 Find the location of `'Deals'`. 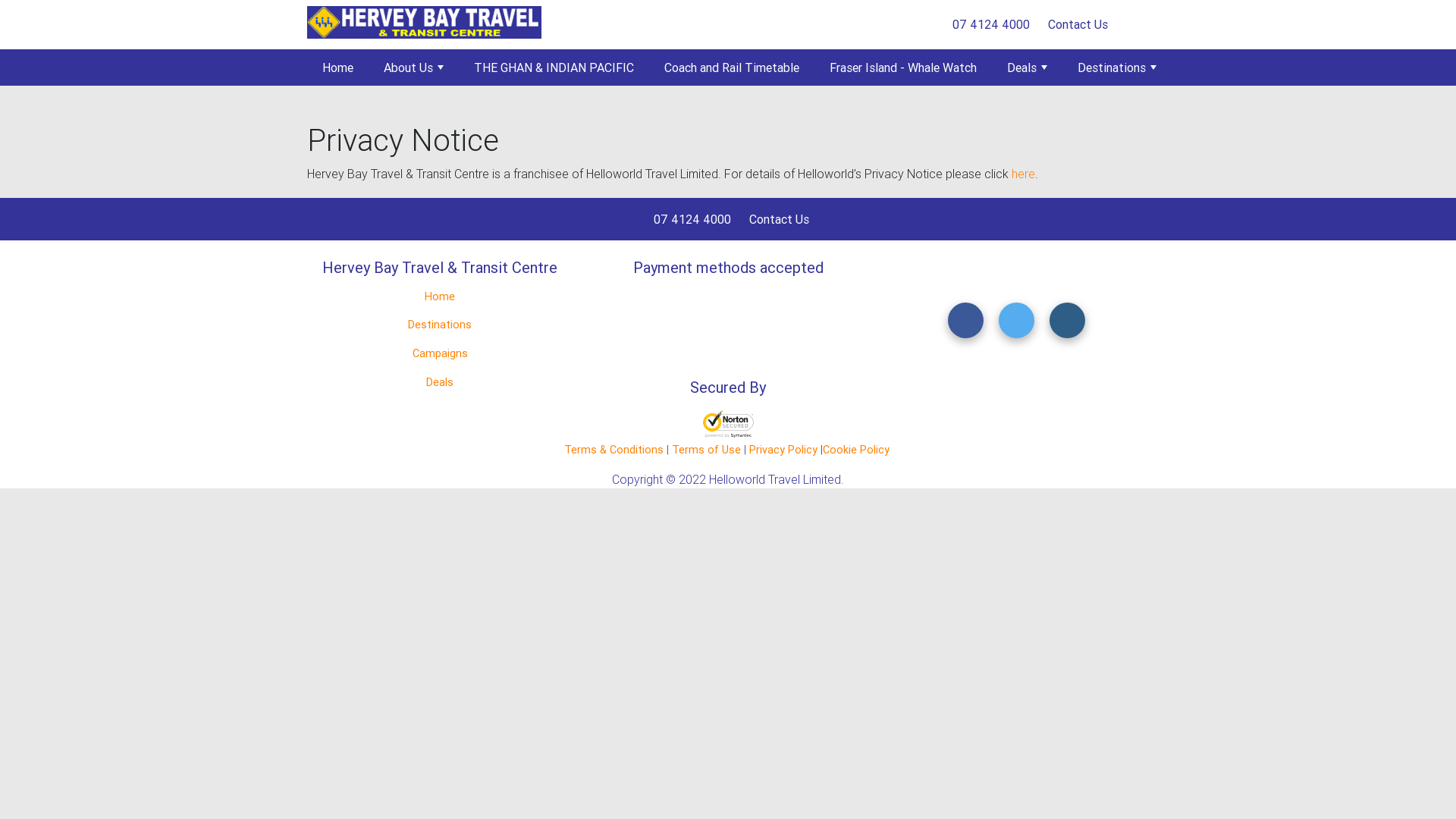

'Deals' is located at coordinates (1027, 66).